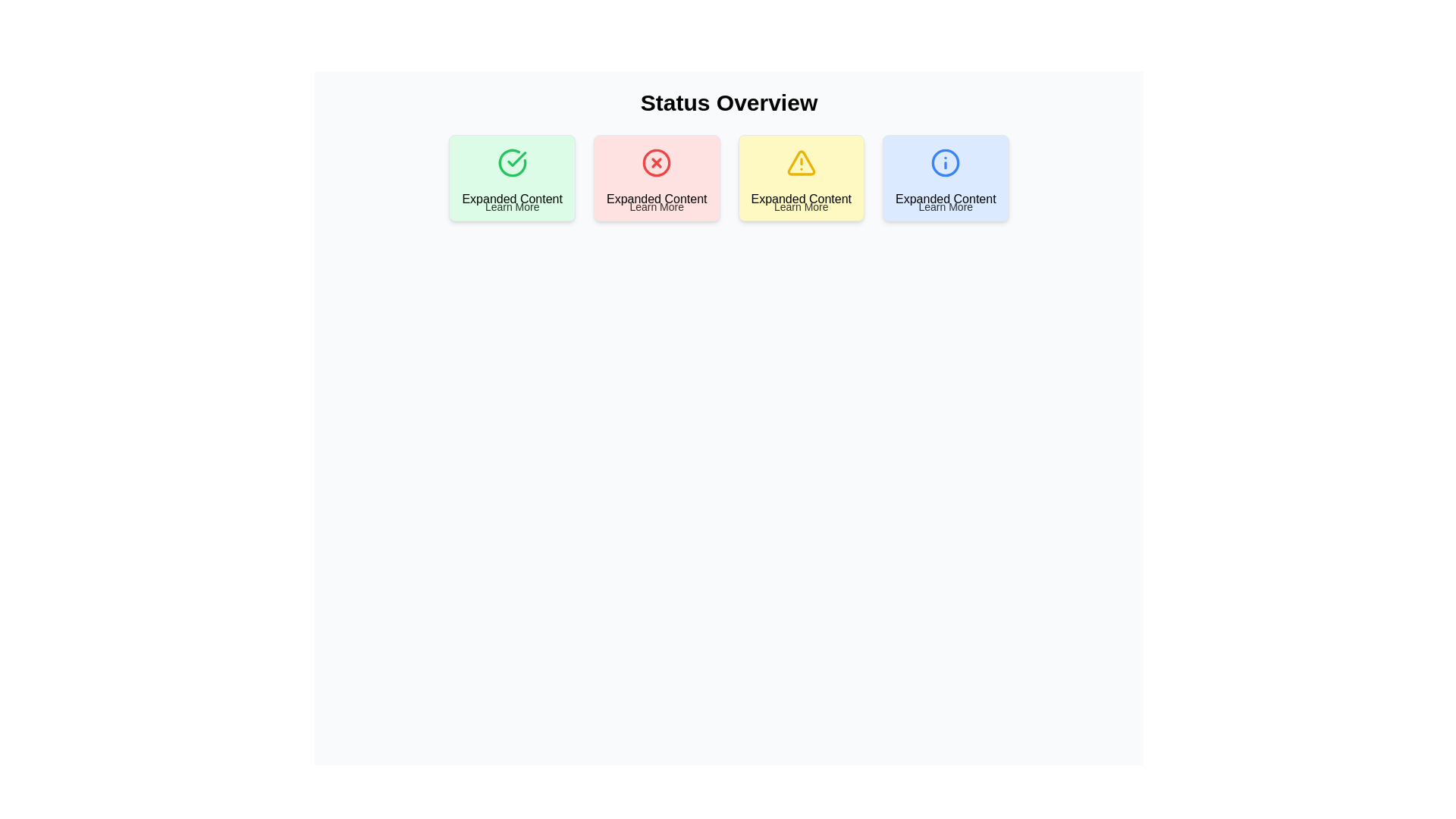 This screenshot has width=1456, height=819. Describe the element at coordinates (800, 207) in the screenshot. I see `the hyperlink located at the bottom of the yellow card, directly below the text 'Expanded Content'` at that location.